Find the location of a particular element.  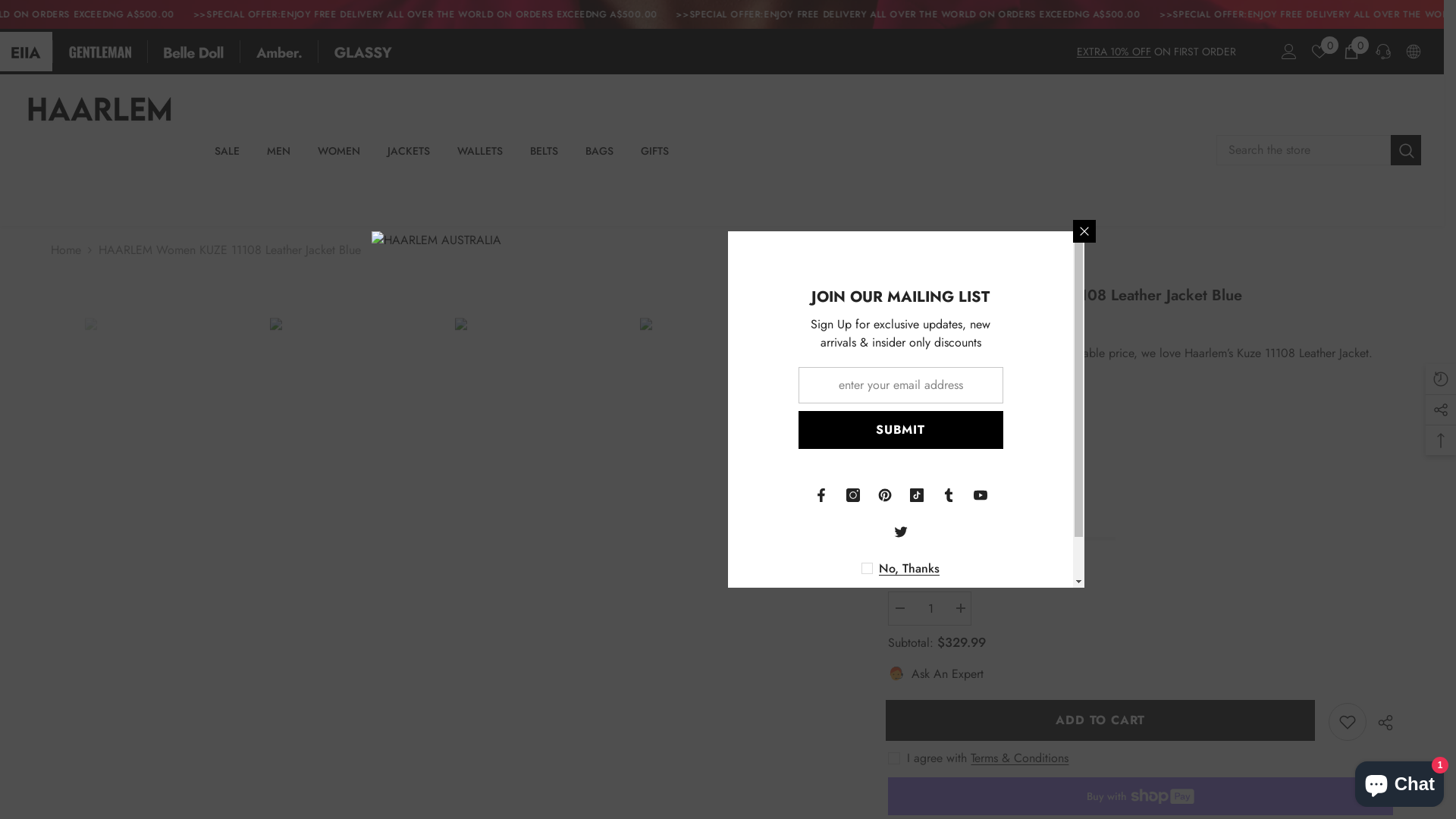

'TikTok' is located at coordinates (916, 494).